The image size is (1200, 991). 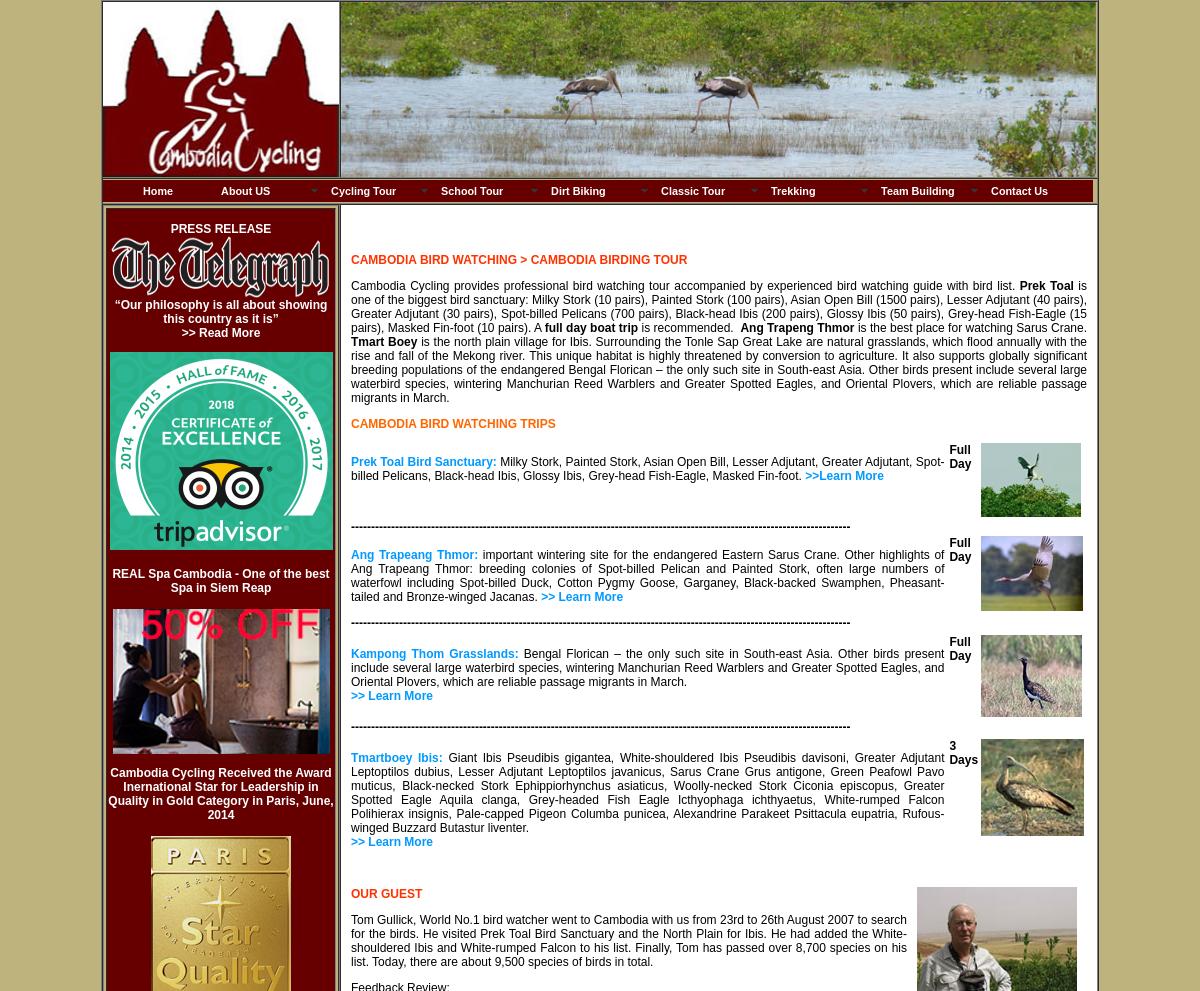 I want to click on 'Tmart Boey', so click(x=351, y=341).